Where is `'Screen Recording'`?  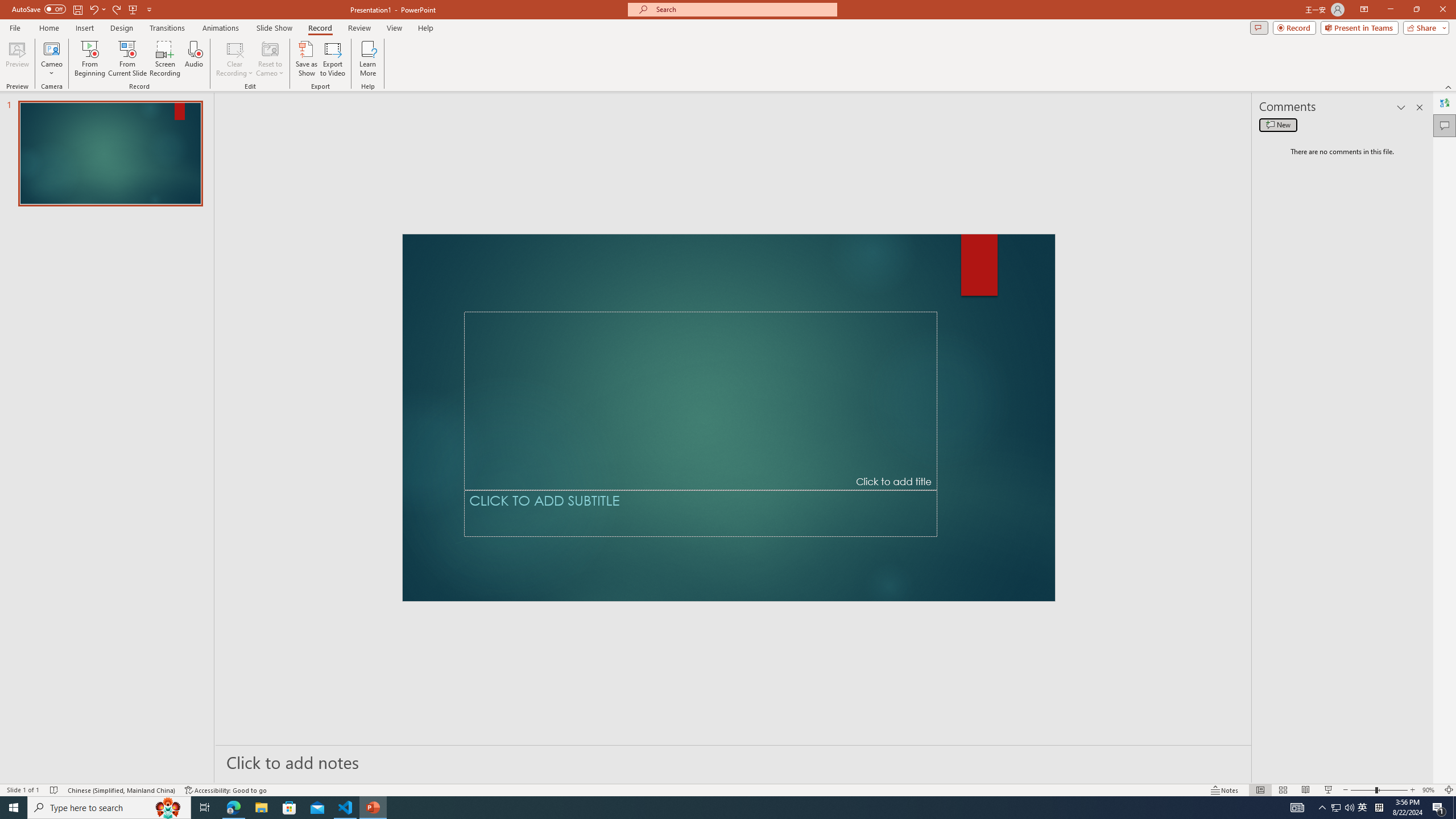 'Screen Recording' is located at coordinates (164, 59).